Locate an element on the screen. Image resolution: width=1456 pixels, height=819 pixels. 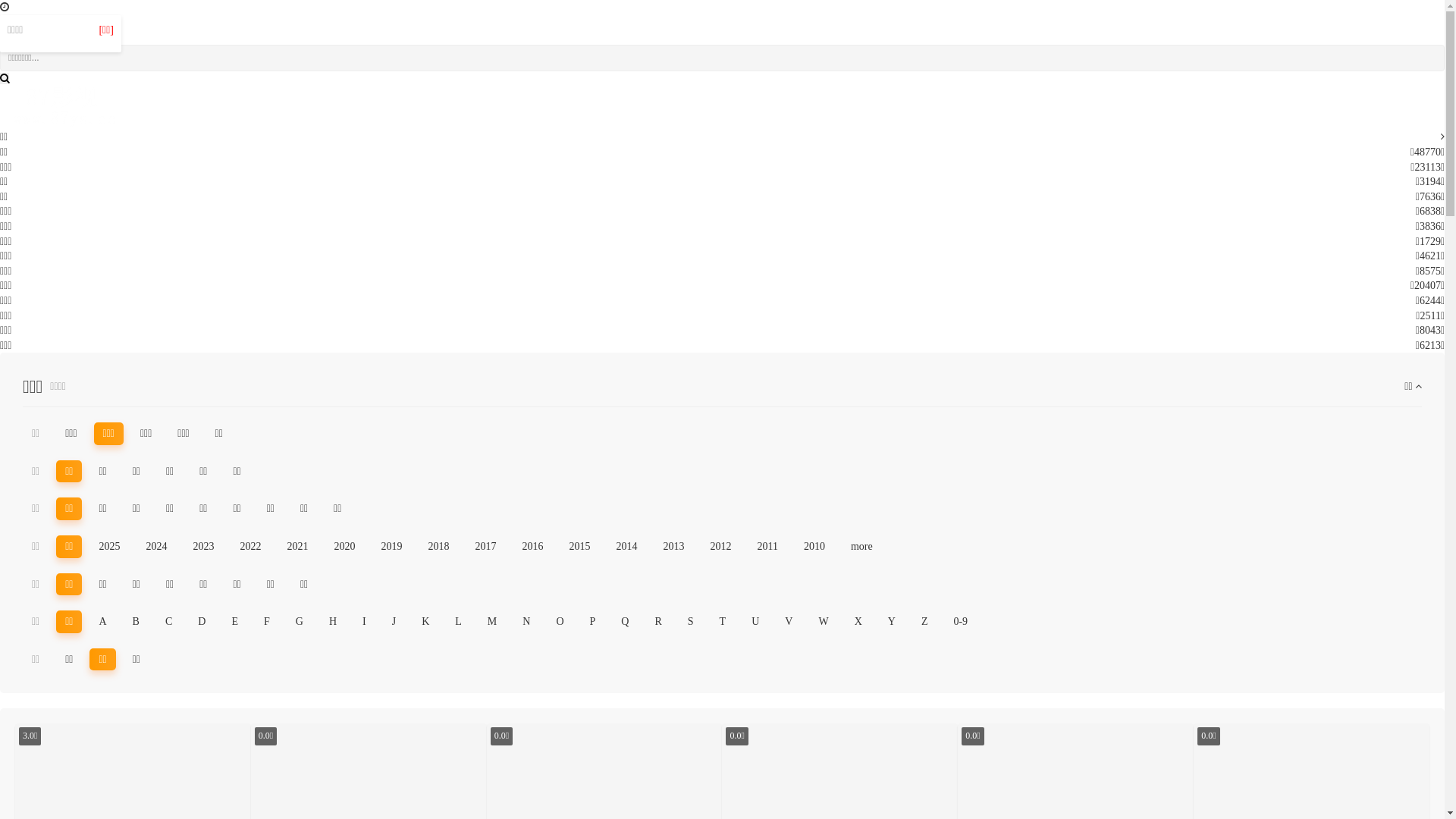
'P' is located at coordinates (592, 622).